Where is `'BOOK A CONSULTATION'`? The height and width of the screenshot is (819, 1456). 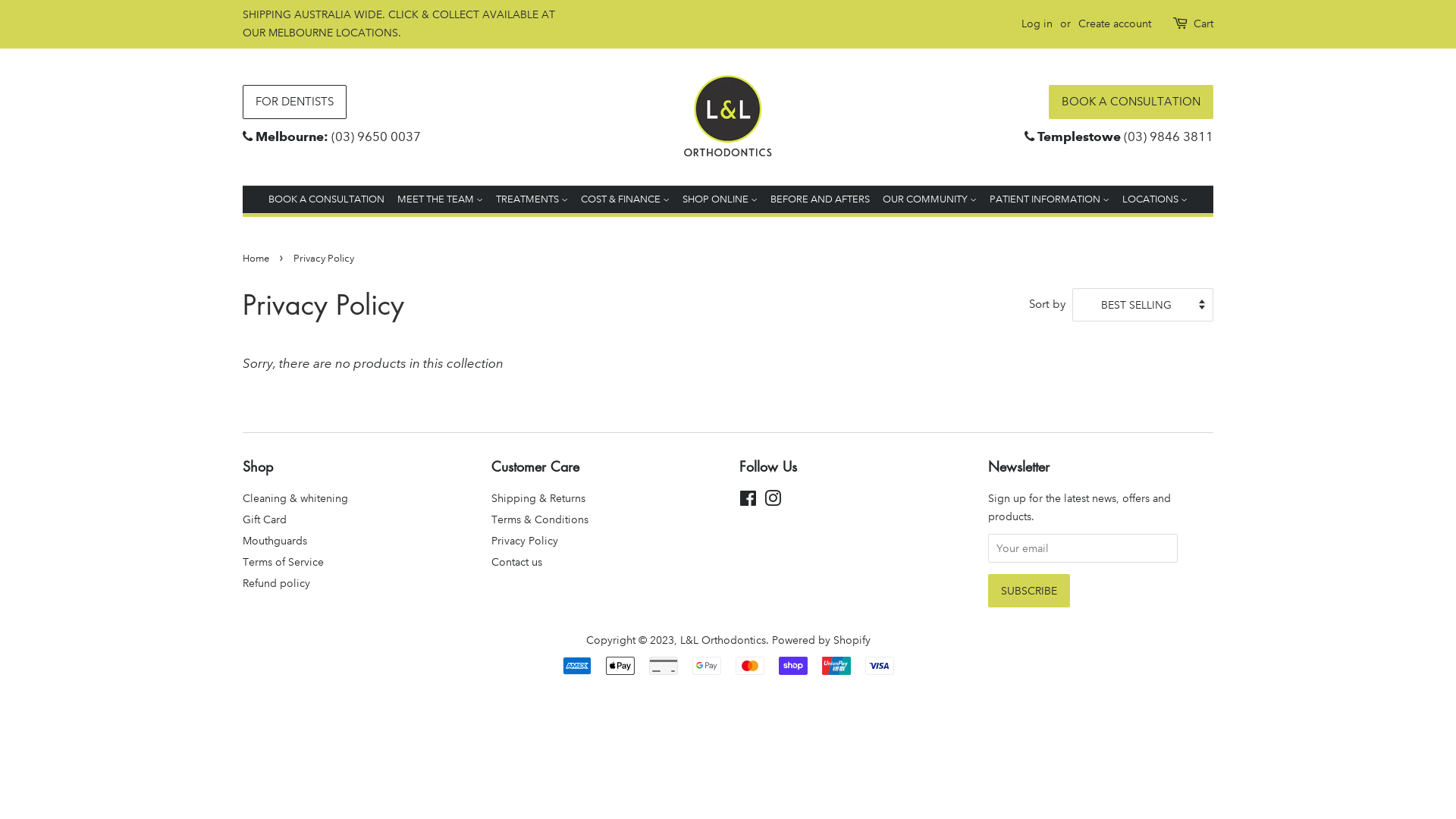 'BOOK A CONSULTATION' is located at coordinates (1131, 102).